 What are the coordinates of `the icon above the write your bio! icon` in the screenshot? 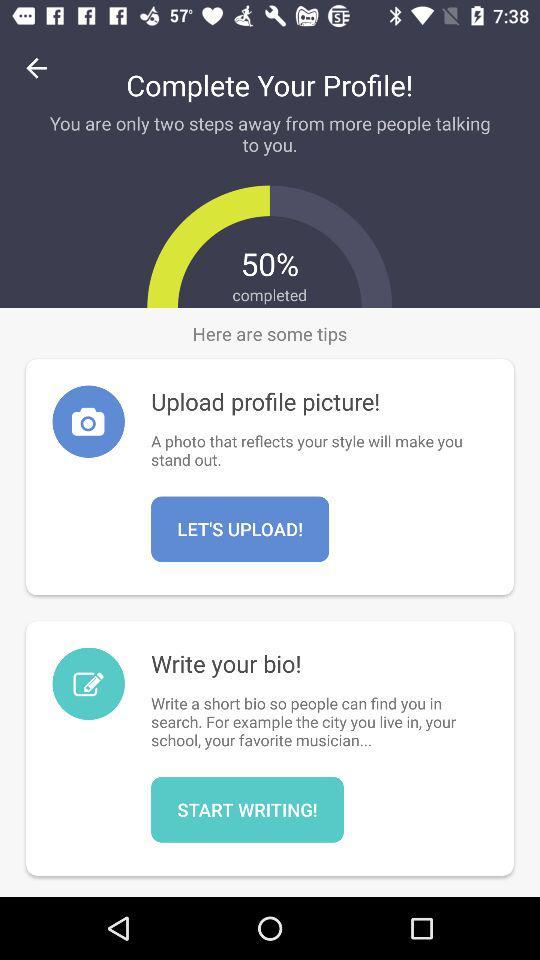 It's located at (240, 528).